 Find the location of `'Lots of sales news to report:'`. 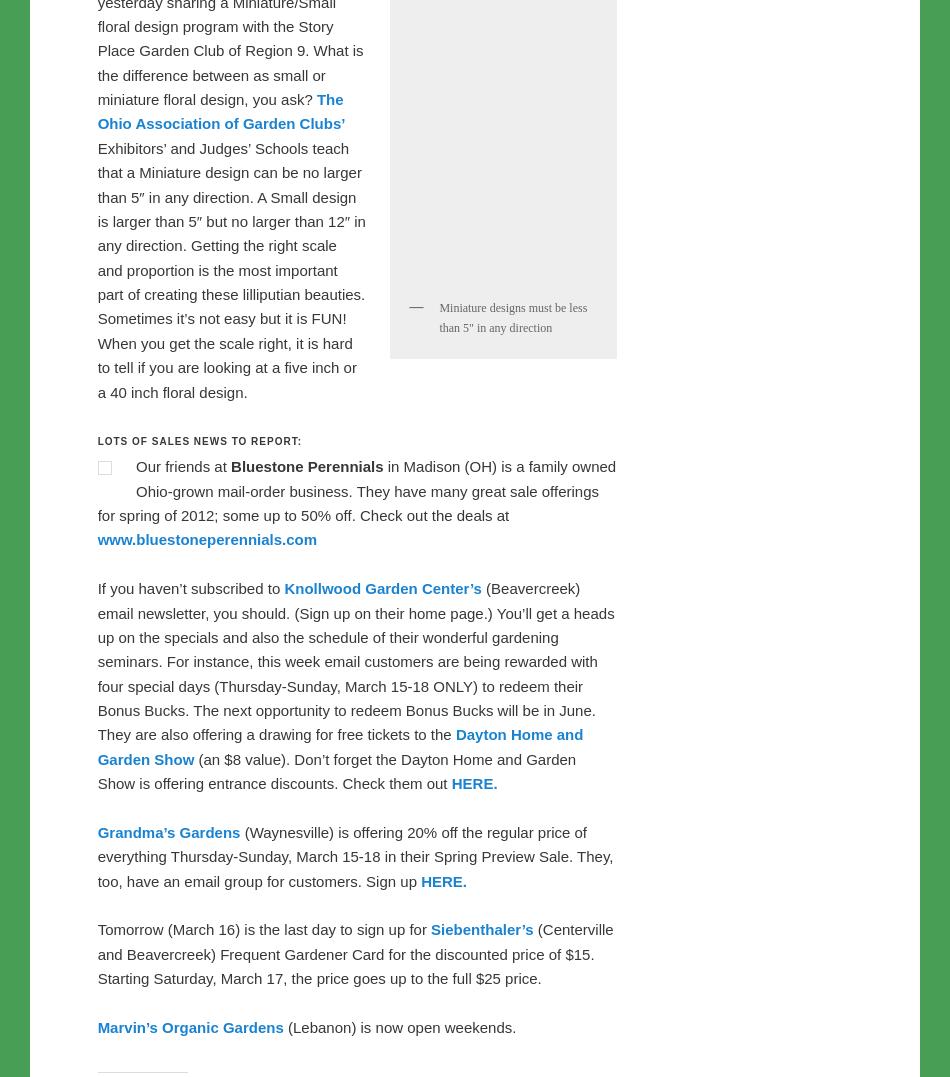

'Lots of sales news to report:' is located at coordinates (96, 440).